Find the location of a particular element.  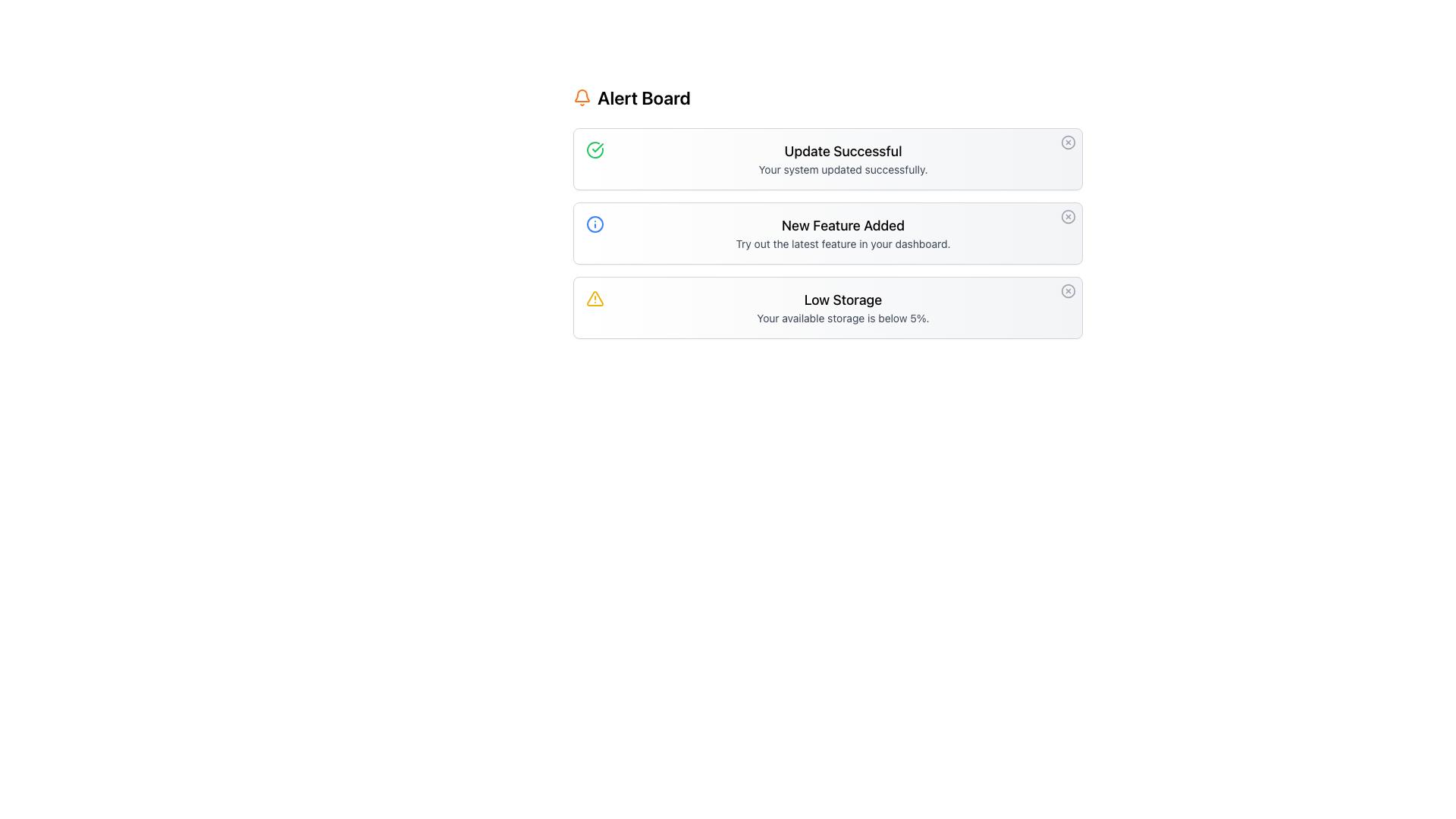

the Alert Box that provides a notification about a new feature added, positioned as the second item in a vertically stacked list of alerts is located at coordinates (827, 234).